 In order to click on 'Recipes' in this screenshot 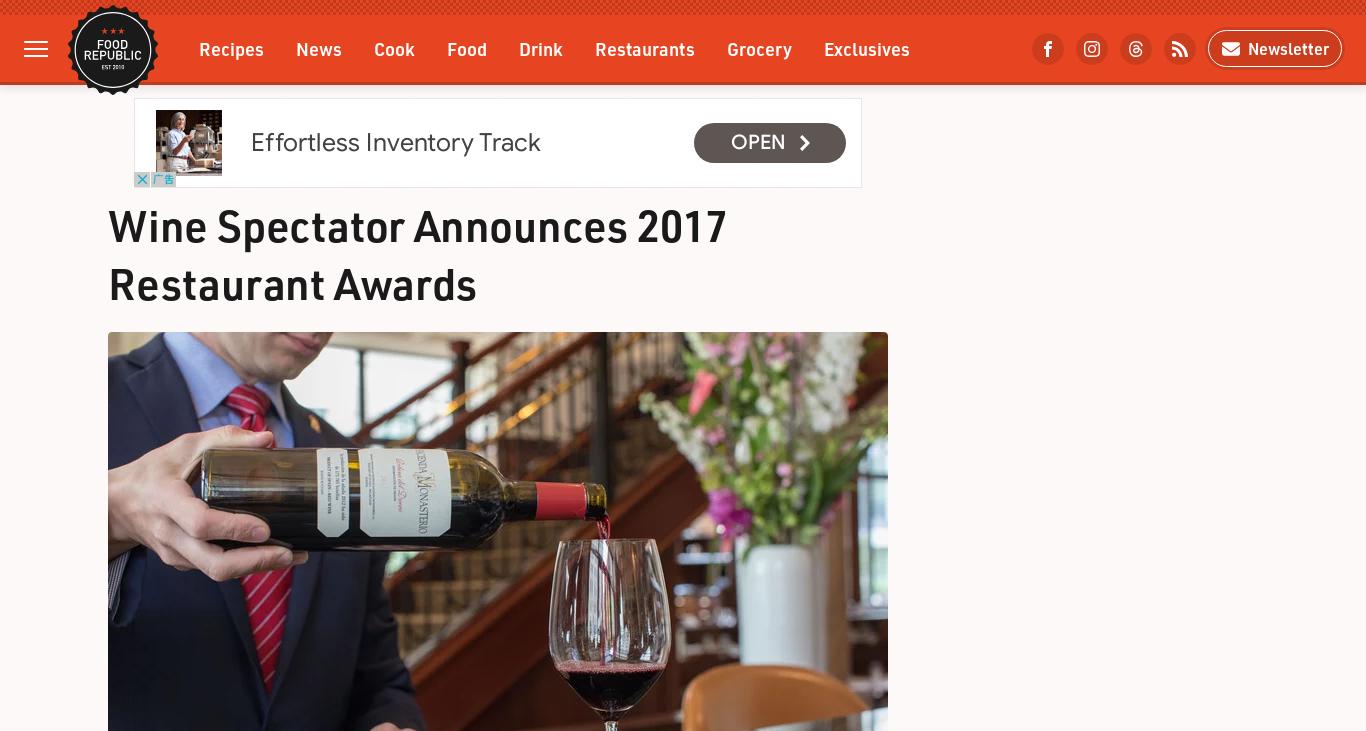, I will do `click(231, 47)`.